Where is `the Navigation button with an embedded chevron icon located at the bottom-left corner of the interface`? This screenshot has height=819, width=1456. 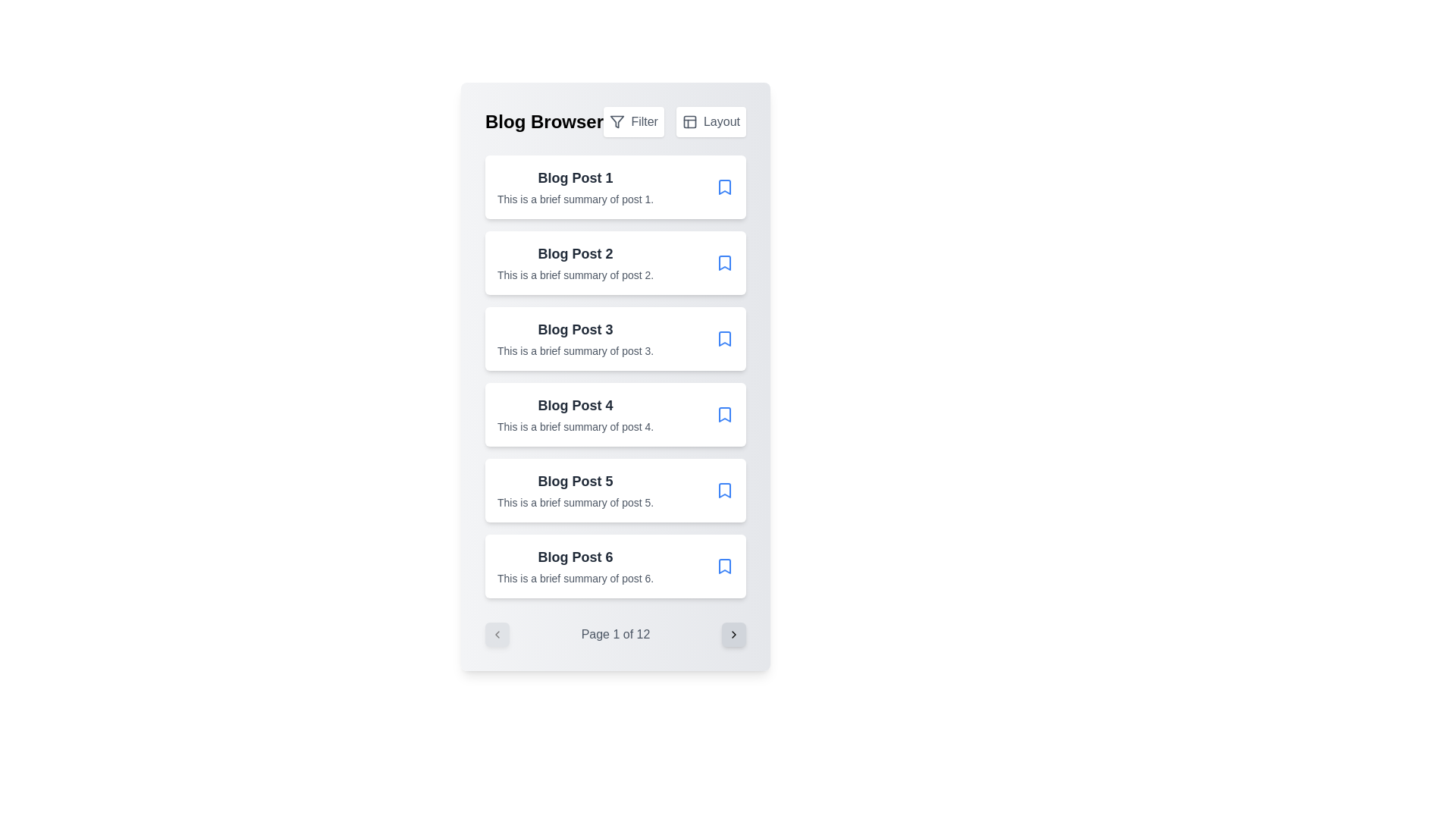 the Navigation button with an embedded chevron icon located at the bottom-left corner of the interface is located at coordinates (497, 635).